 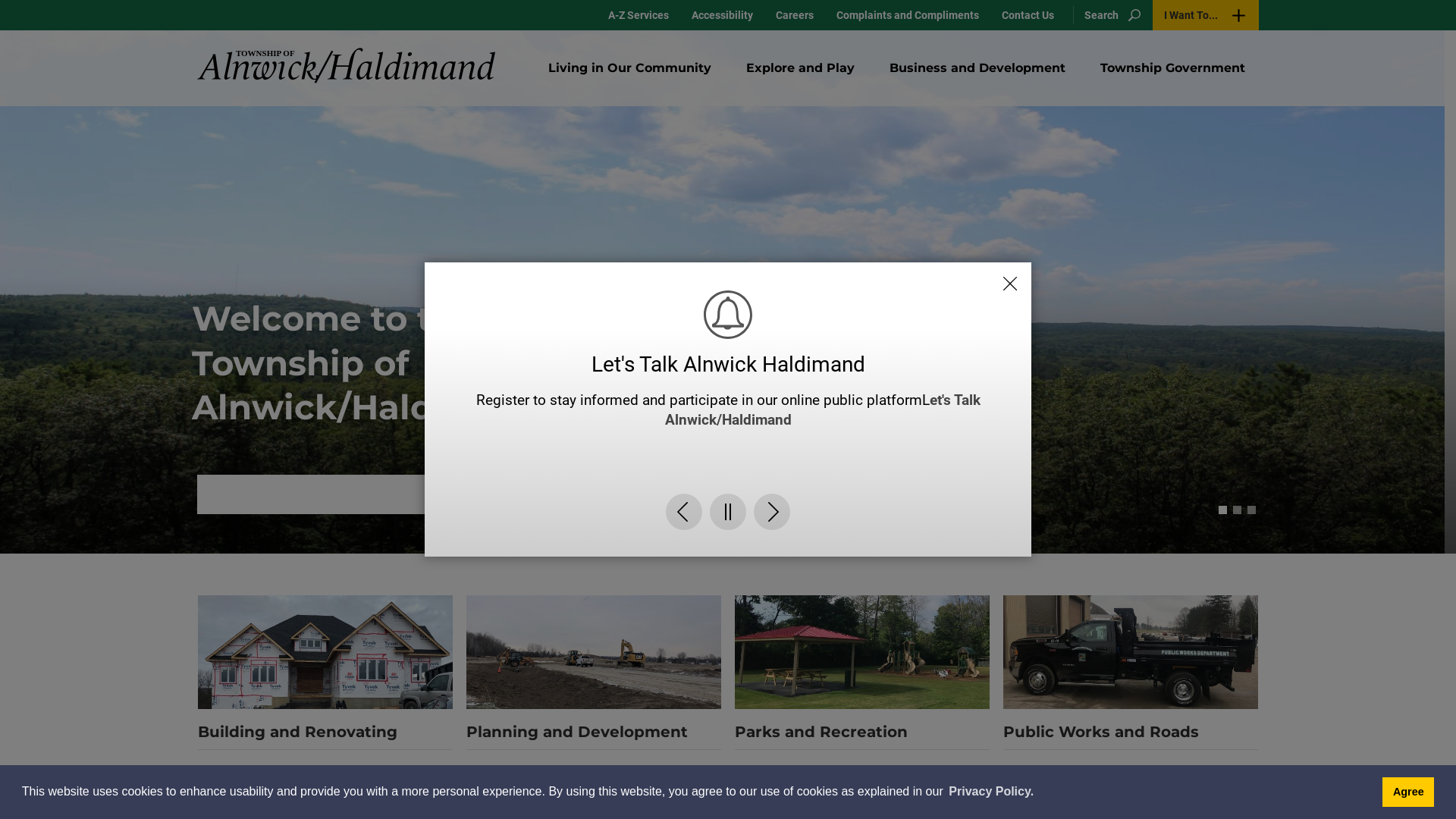 What do you see at coordinates (683, 526) in the screenshot?
I see `'Previous'` at bounding box center [683, 526].